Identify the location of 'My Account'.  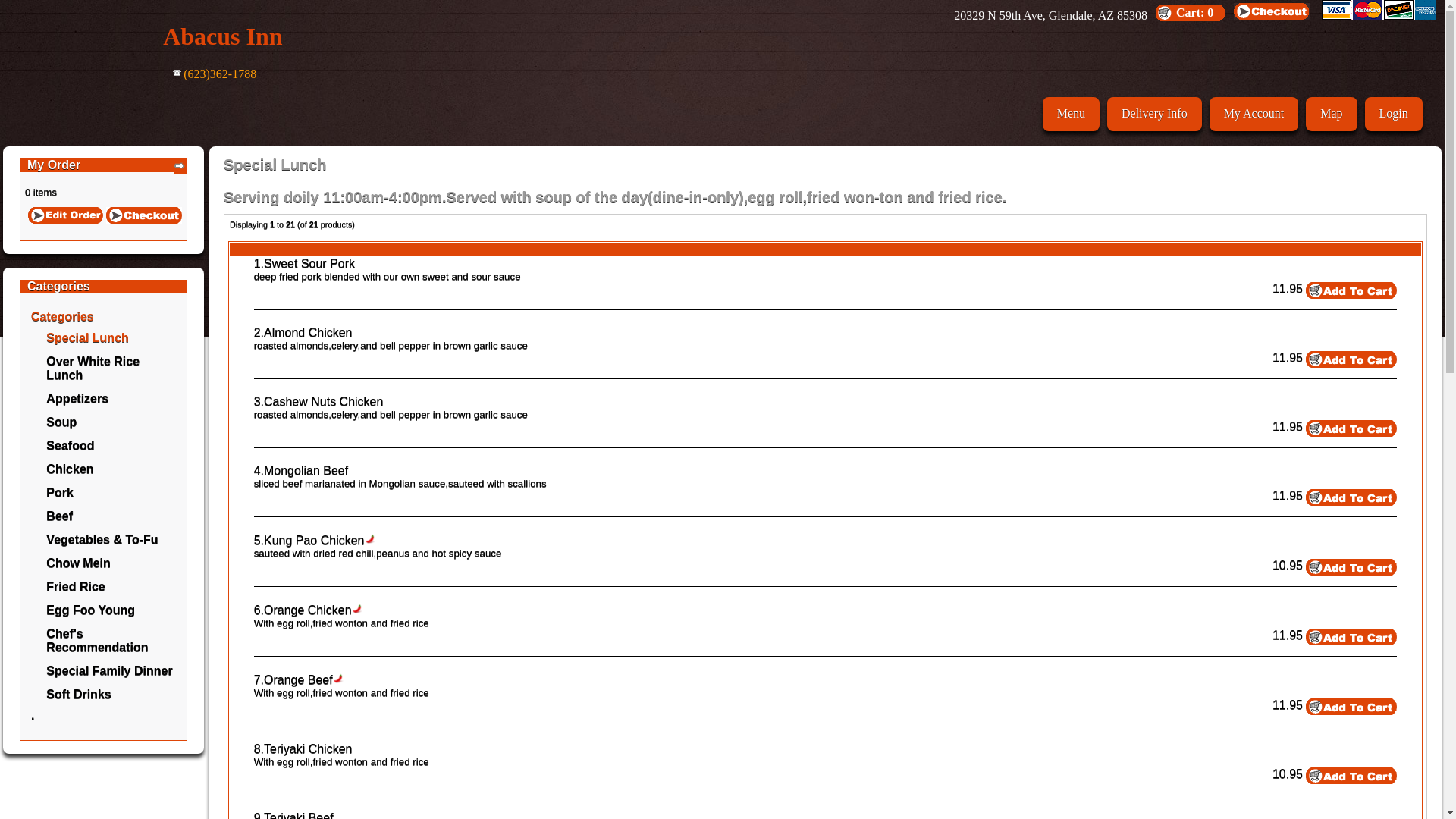
(1254, 113).